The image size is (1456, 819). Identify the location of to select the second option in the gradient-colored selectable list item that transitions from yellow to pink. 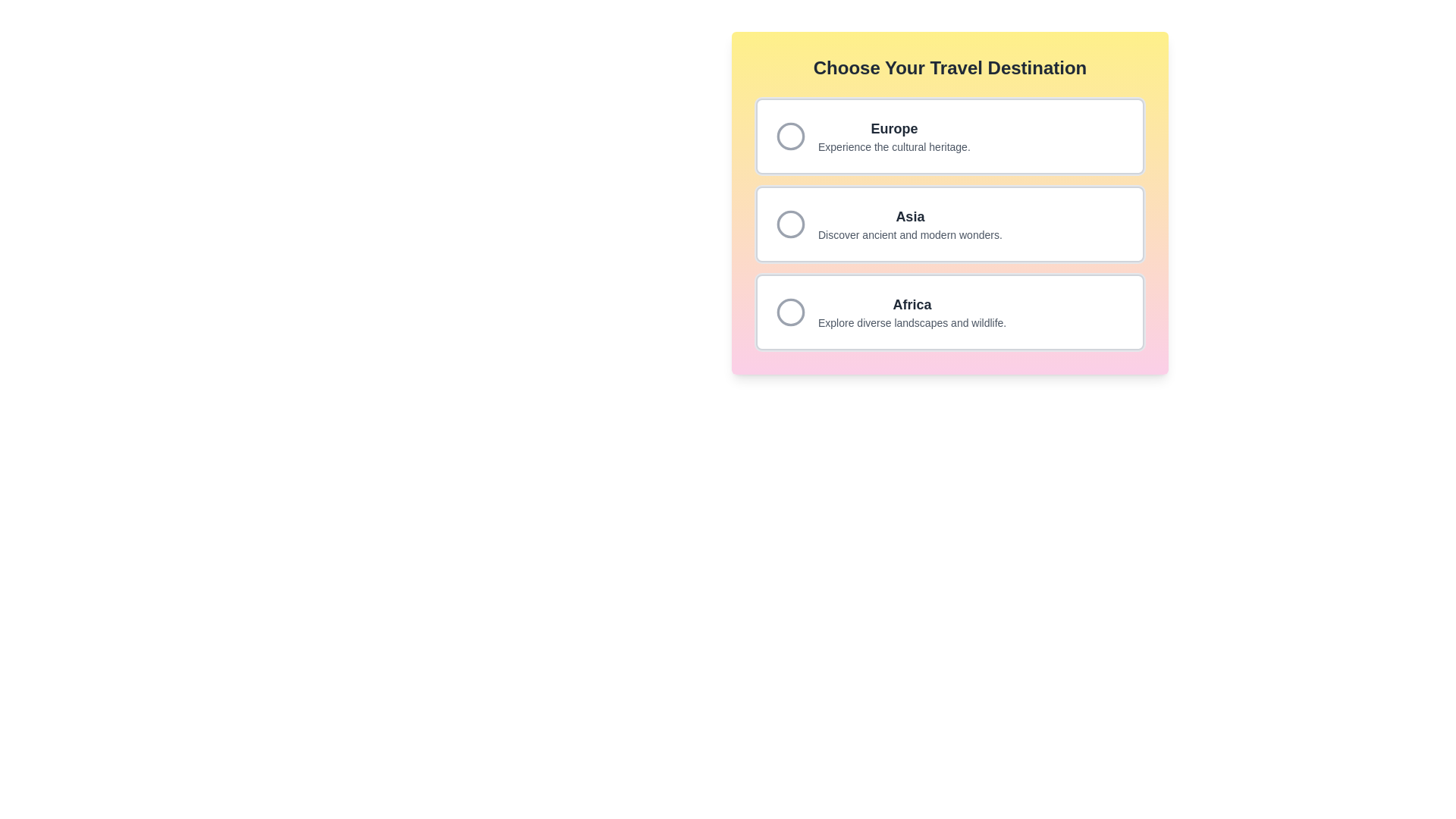
(949, 202).